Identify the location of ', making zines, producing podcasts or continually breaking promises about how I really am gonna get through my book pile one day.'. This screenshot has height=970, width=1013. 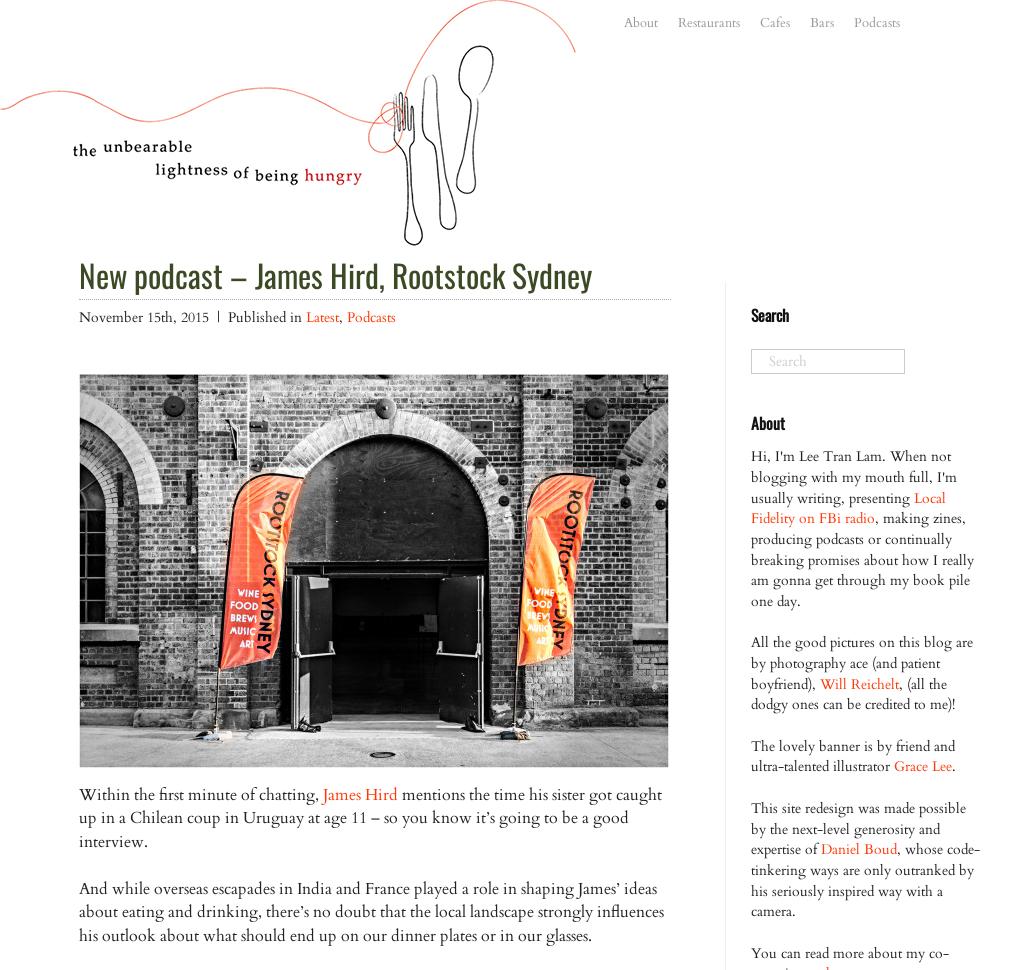
(861, 558).